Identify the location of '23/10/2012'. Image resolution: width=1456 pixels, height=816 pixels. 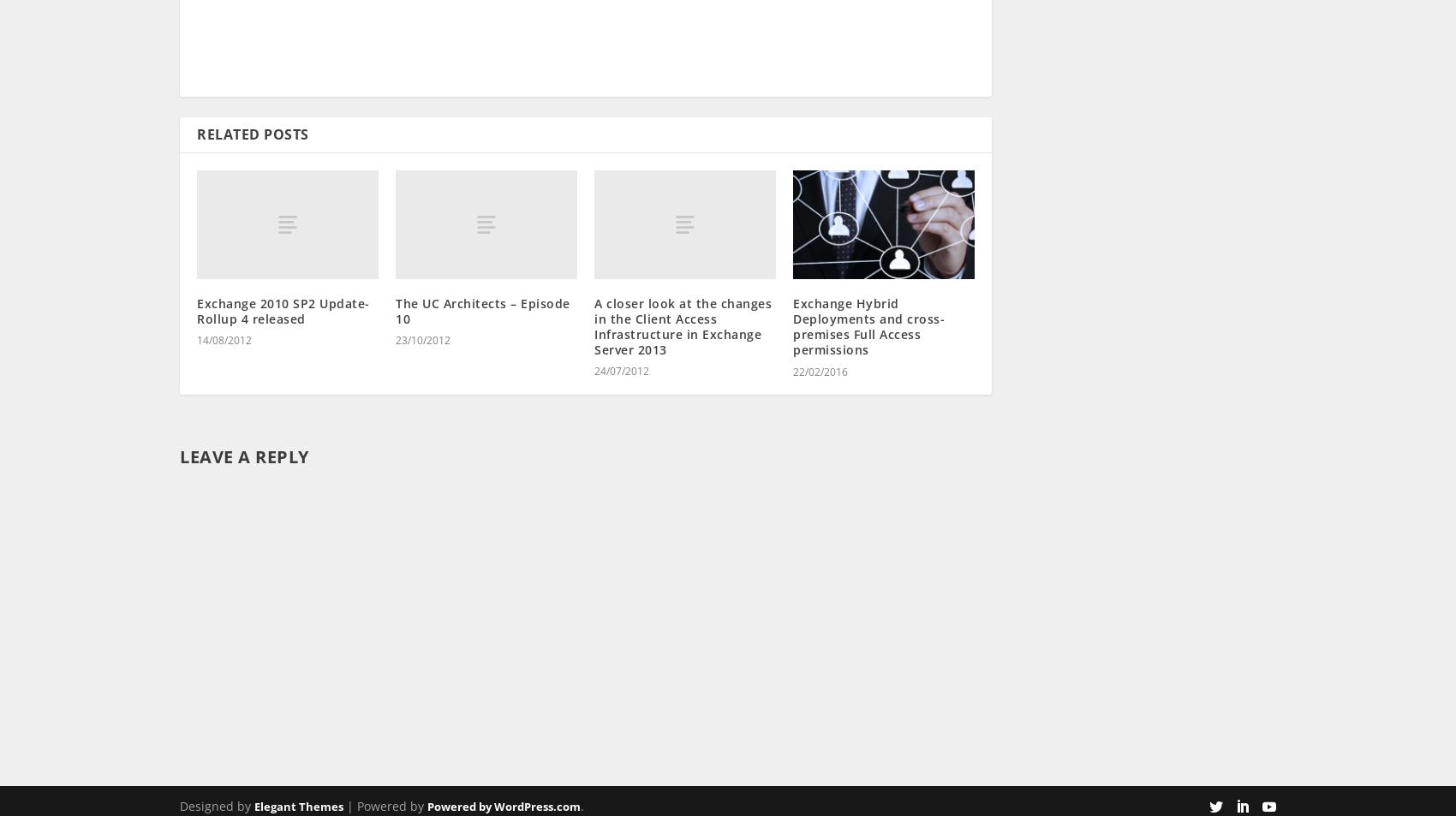
(396, 308).